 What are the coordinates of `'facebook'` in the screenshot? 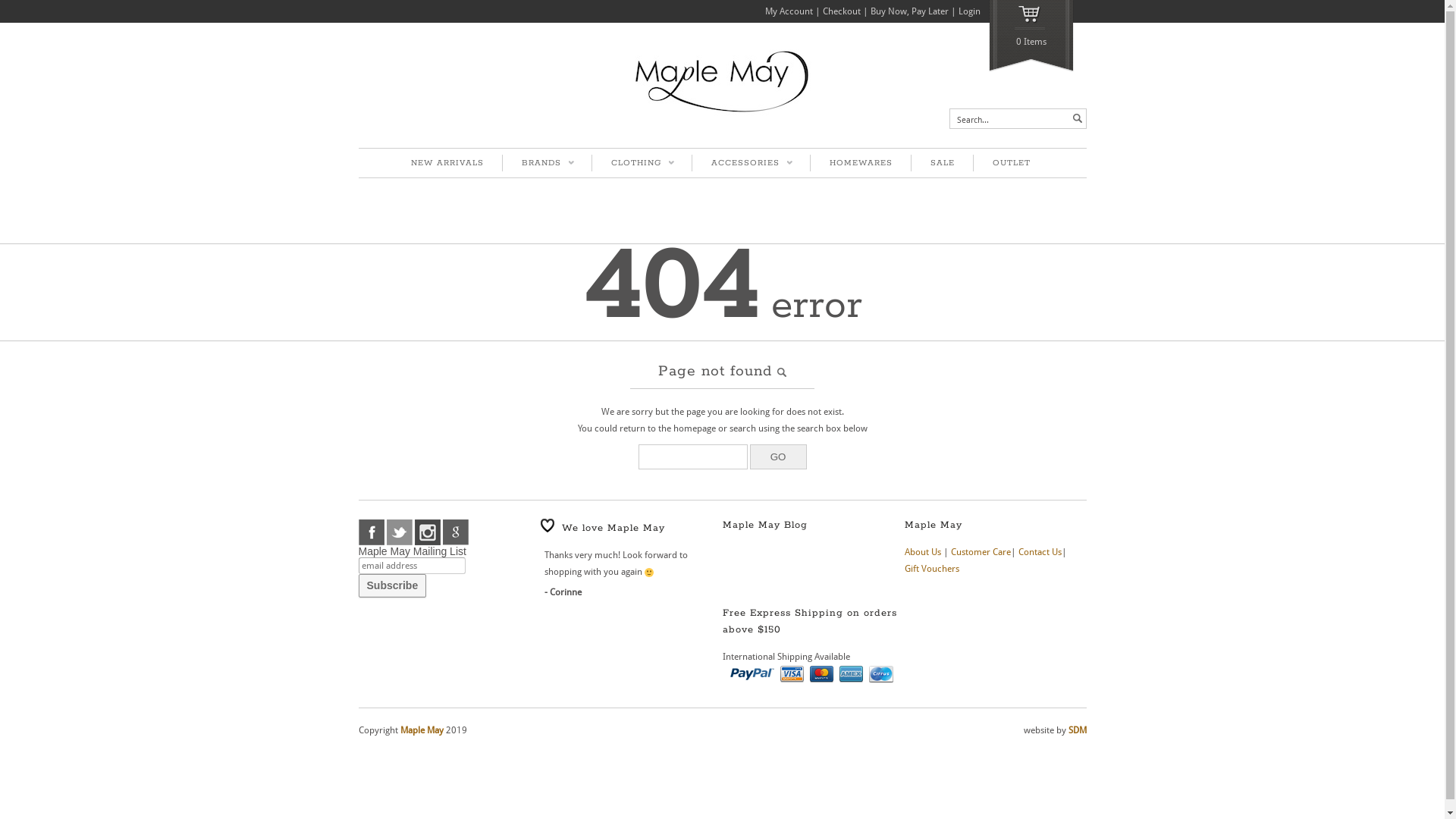 It's located at (356, 532).